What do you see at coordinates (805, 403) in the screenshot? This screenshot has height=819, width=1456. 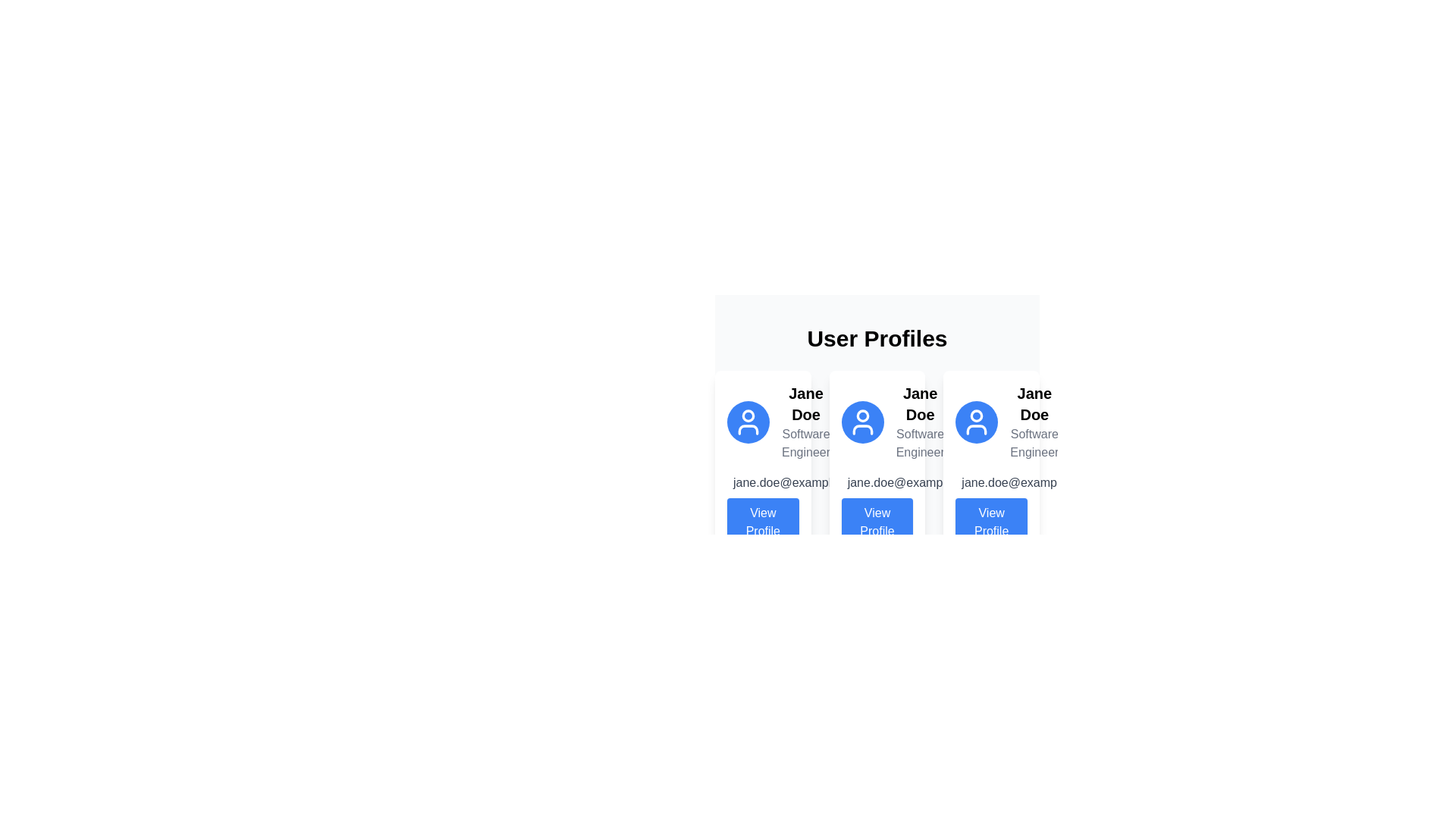 I see `name 'Jane Doe' from the bold, black text element styled as a headline at the top of the first user profile card` at bounding box center [805, 403].